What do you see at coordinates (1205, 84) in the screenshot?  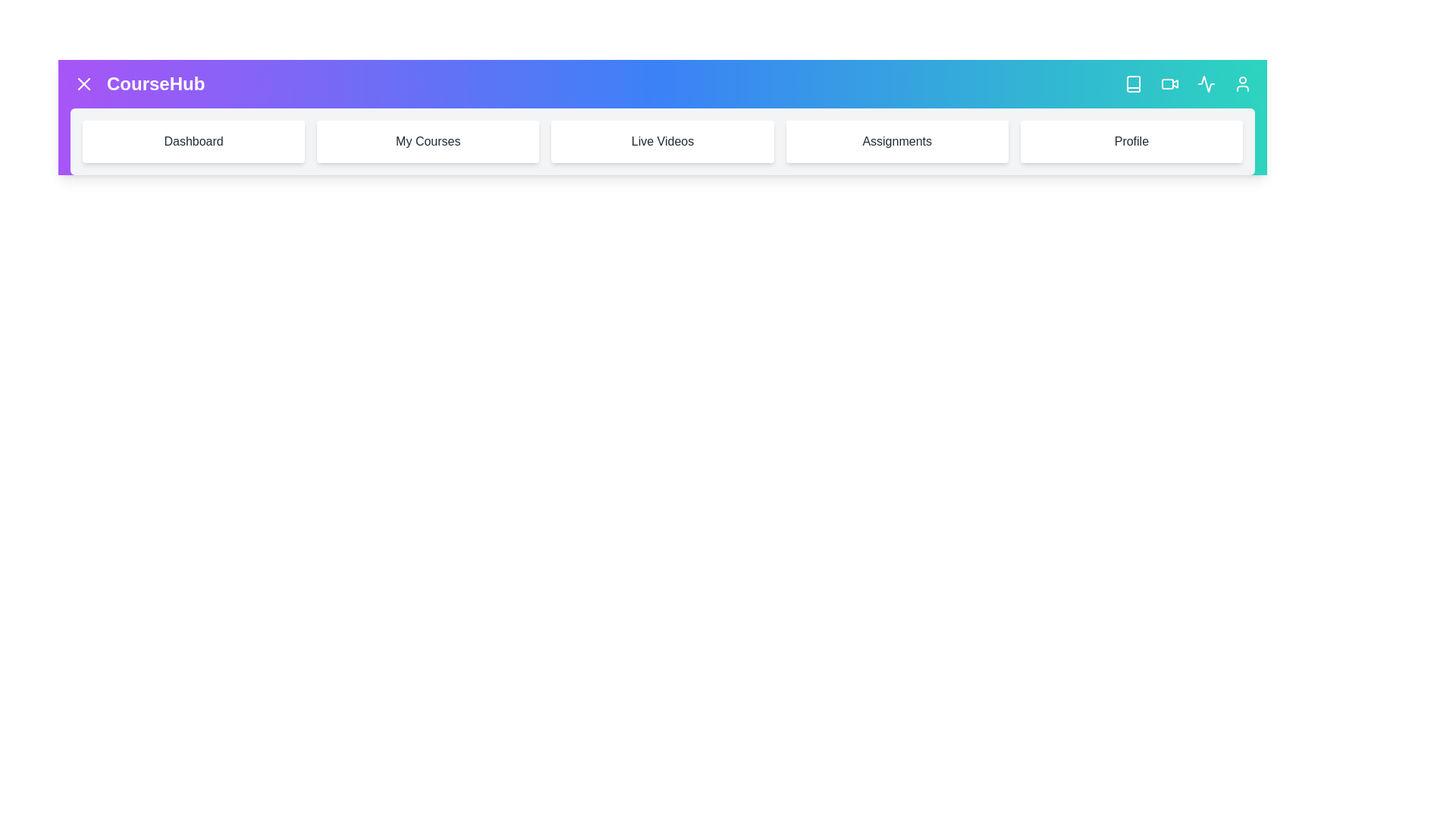 I see `the Activities button in the top bar for navigation` at bounding box center [1205, 84].